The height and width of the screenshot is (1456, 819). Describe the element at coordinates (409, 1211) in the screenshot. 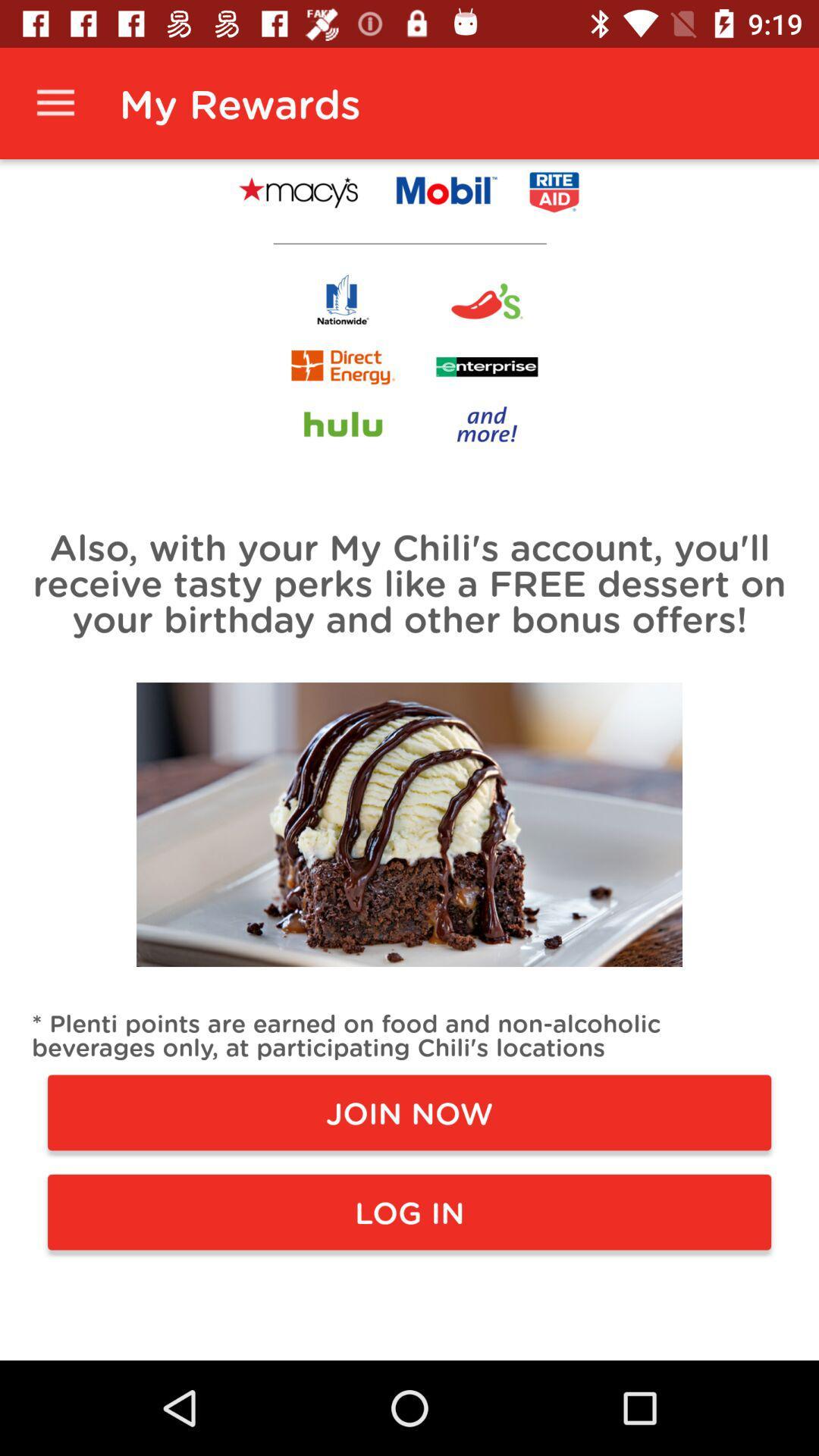

I see `the log in item` at that location.